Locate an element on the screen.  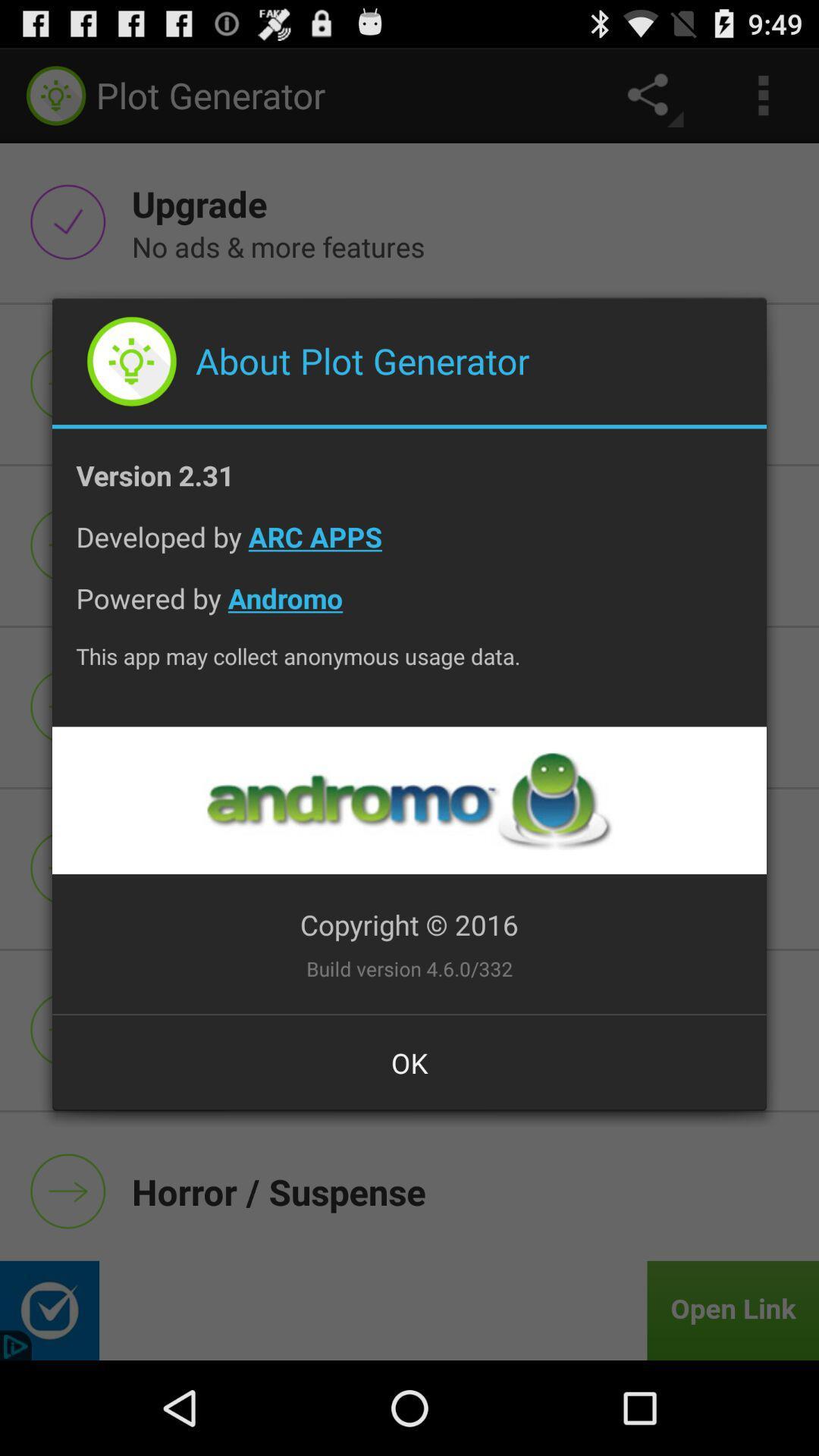
the icon below the developed by arc item is located at coordinates (409, 610).